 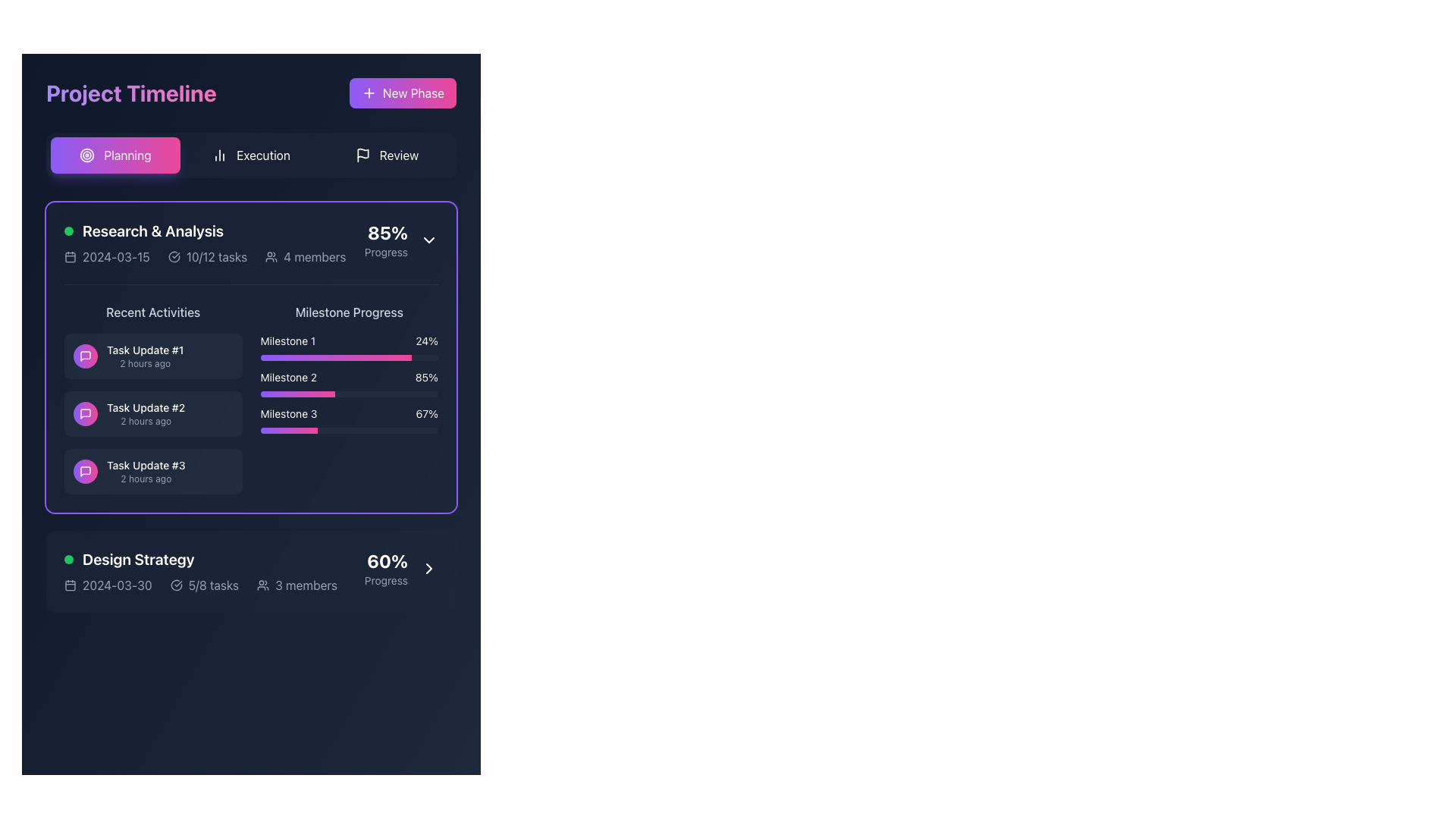 I want to click on the Text display showing '85%' and 'Progress', located in the 'Research & Analysis' section, on the top right-hand side of the section, so click(x=386, y=239).